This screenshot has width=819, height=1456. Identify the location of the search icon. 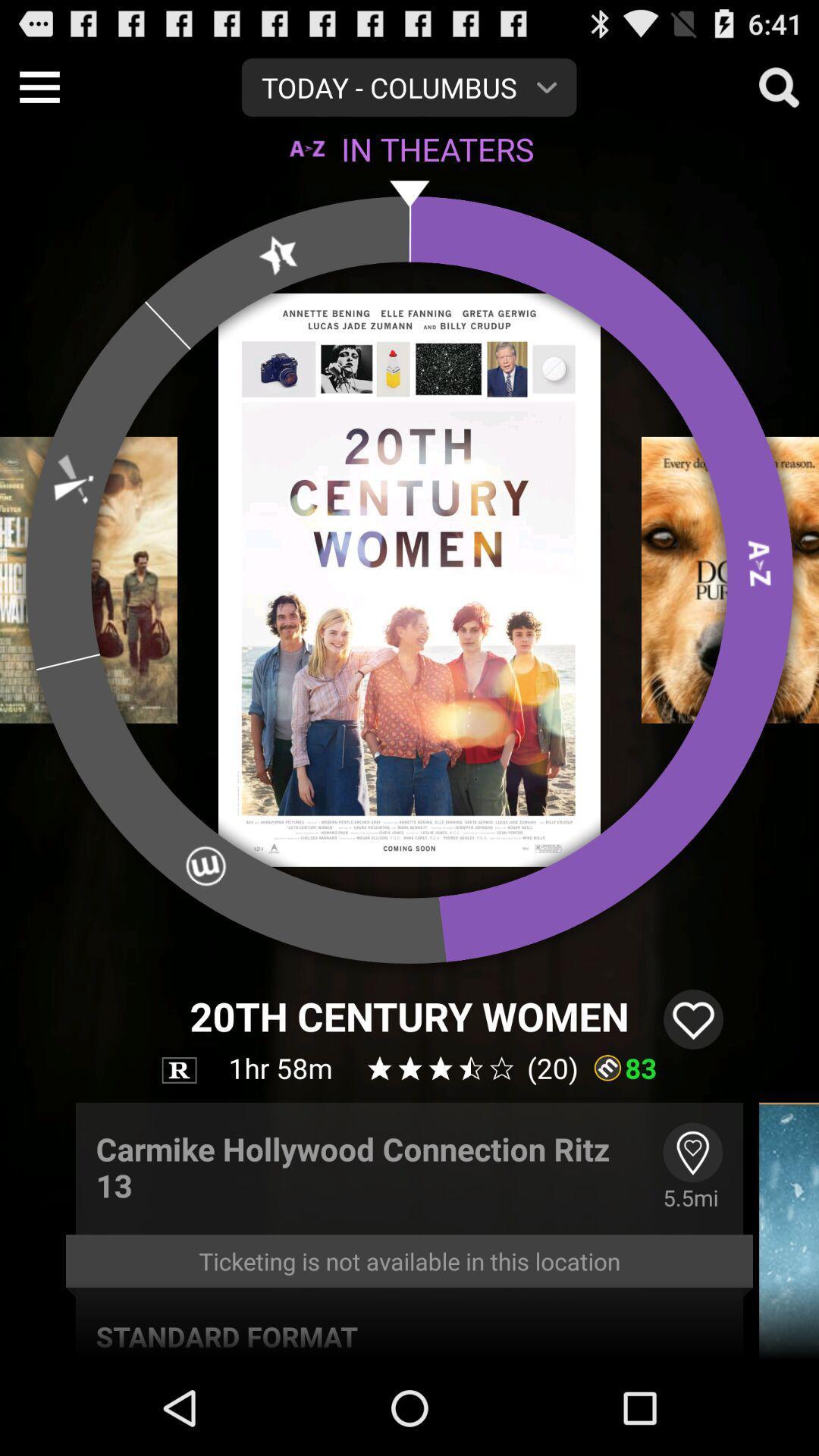
(779, 93).